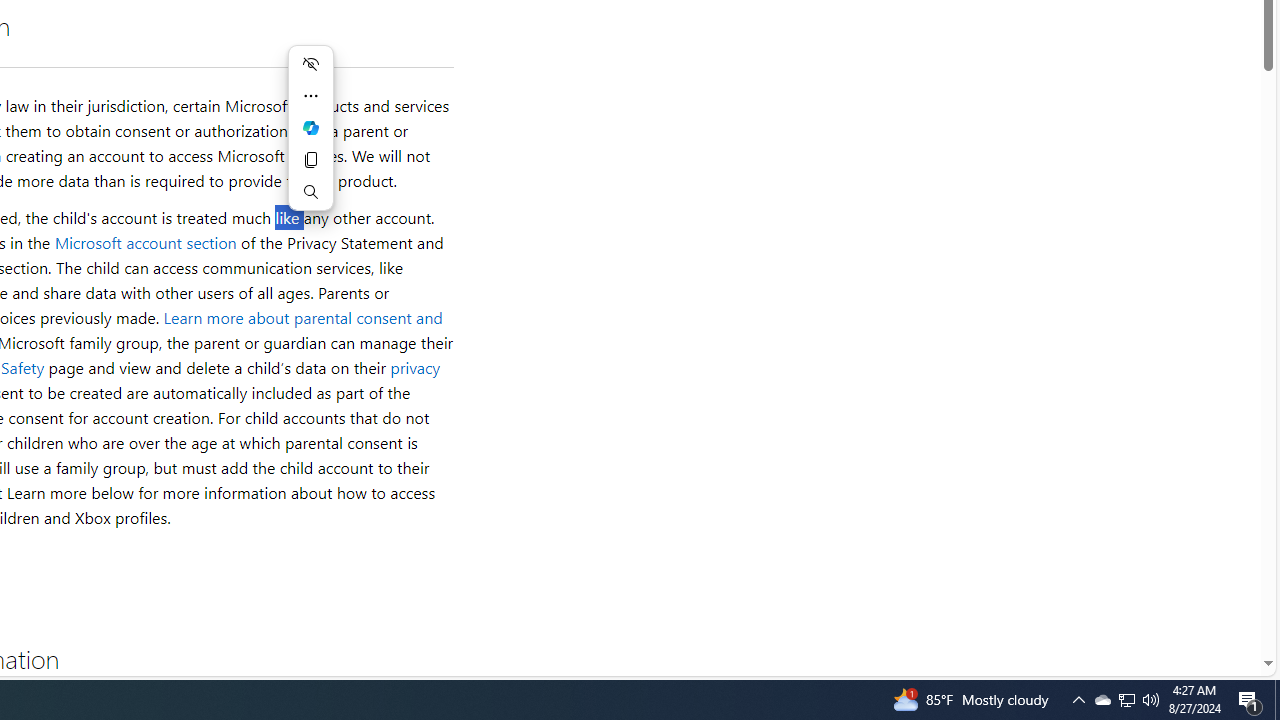 The width and height of the screenshot is (1280, 720). What do you see at coordinates (144, 241) in the screenshot?
I see `'Microsoft account section'` at bounding box center [144, 241].